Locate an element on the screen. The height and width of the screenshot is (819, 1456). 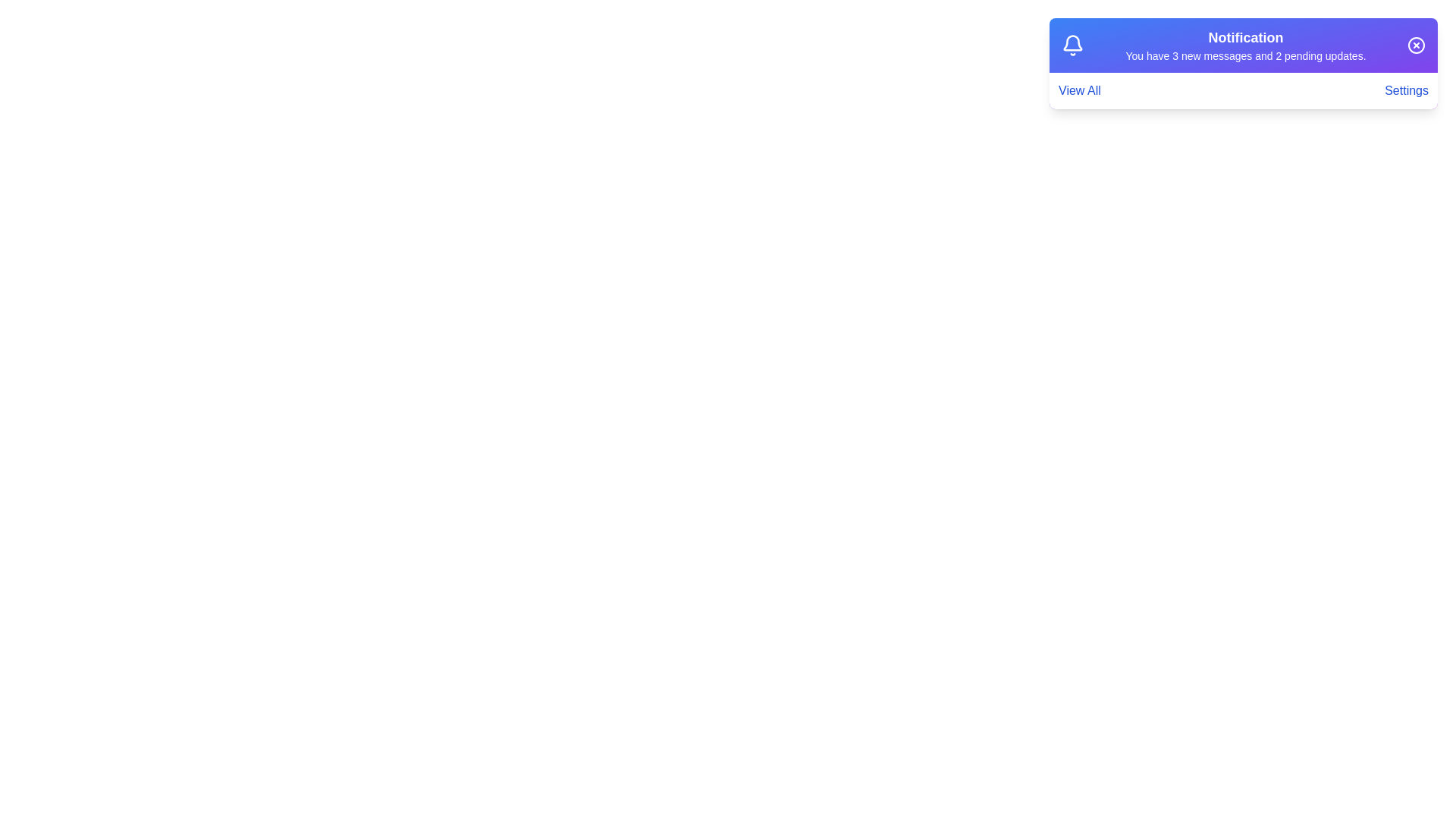
the interactive element Settings to observe its hover effect is located at coordinates (1406, 90).